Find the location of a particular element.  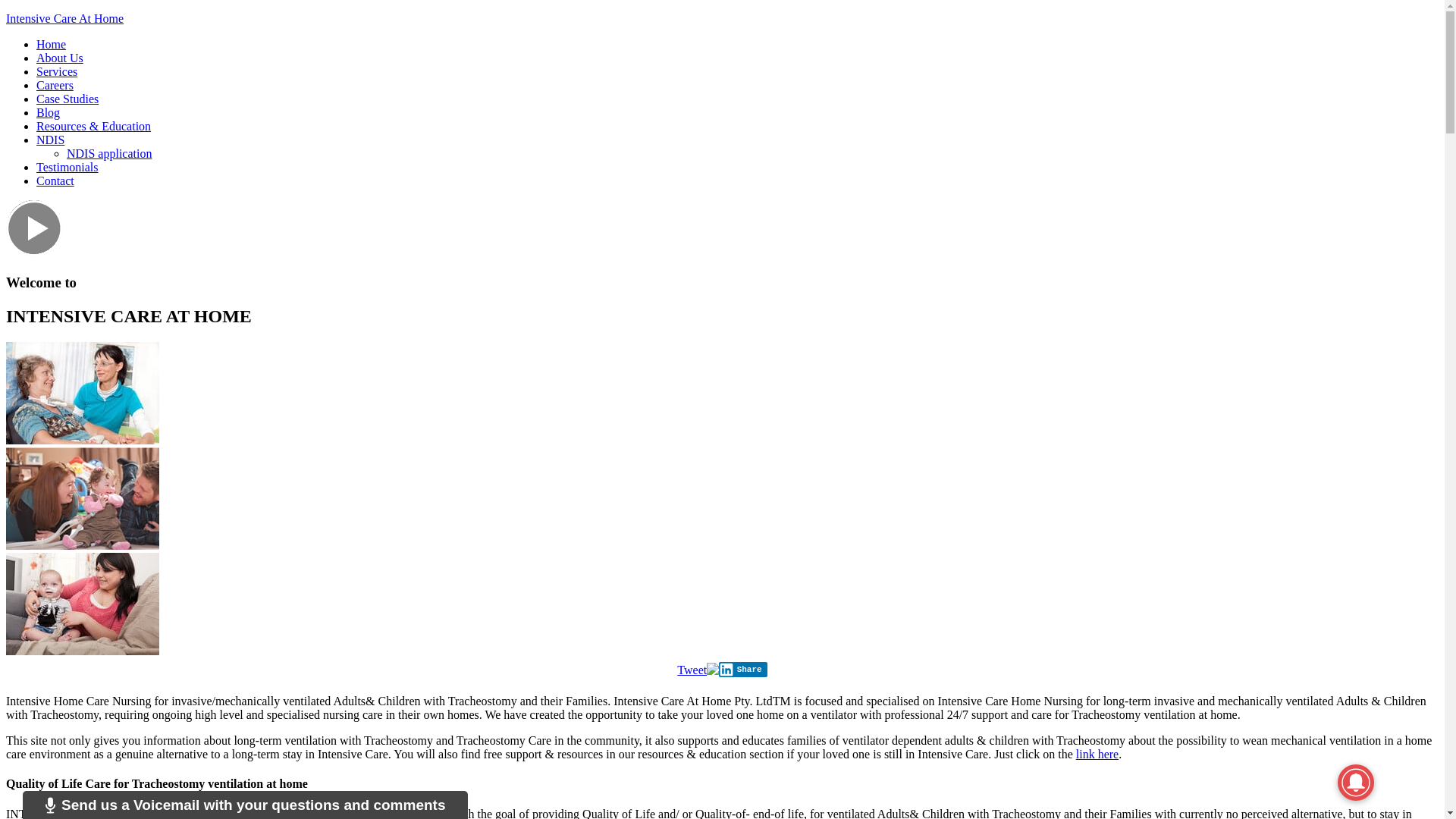

'About Us' is located at coordinates (36, 57).